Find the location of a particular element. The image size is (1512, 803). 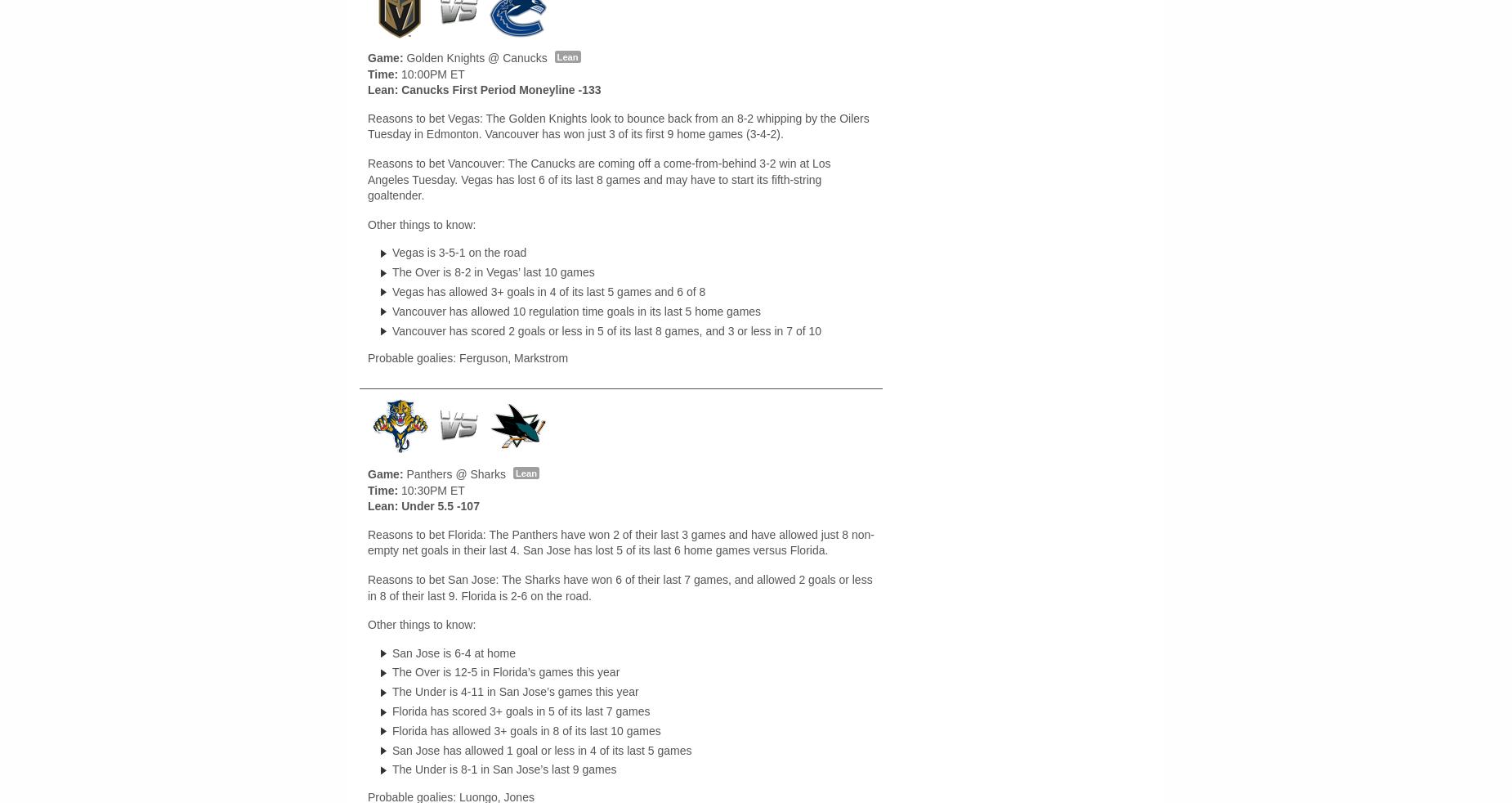

'10:00PM ET' is located at coordinates (431, 72).